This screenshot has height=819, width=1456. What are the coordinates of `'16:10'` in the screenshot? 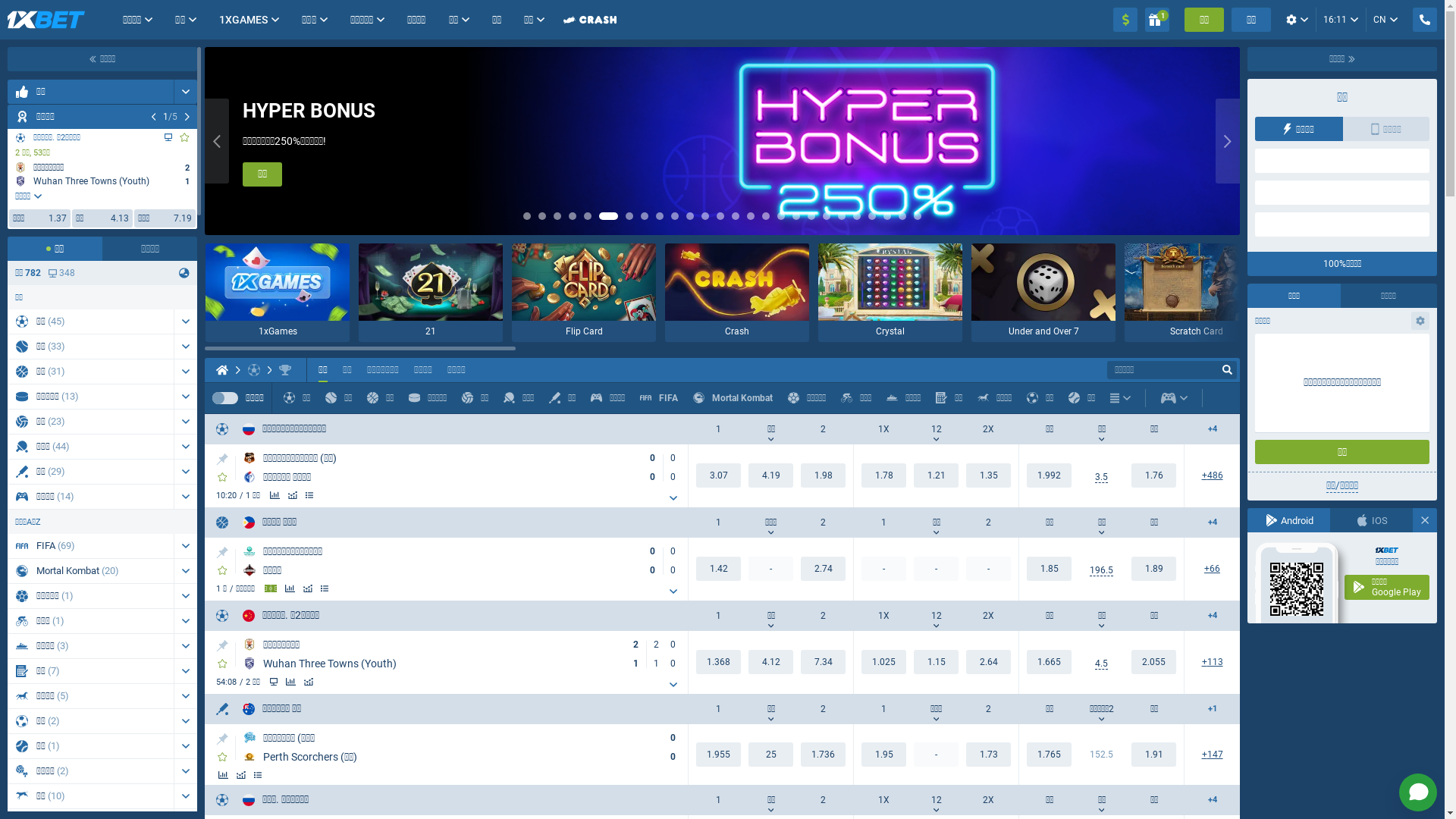 It's located at (1318, 20).